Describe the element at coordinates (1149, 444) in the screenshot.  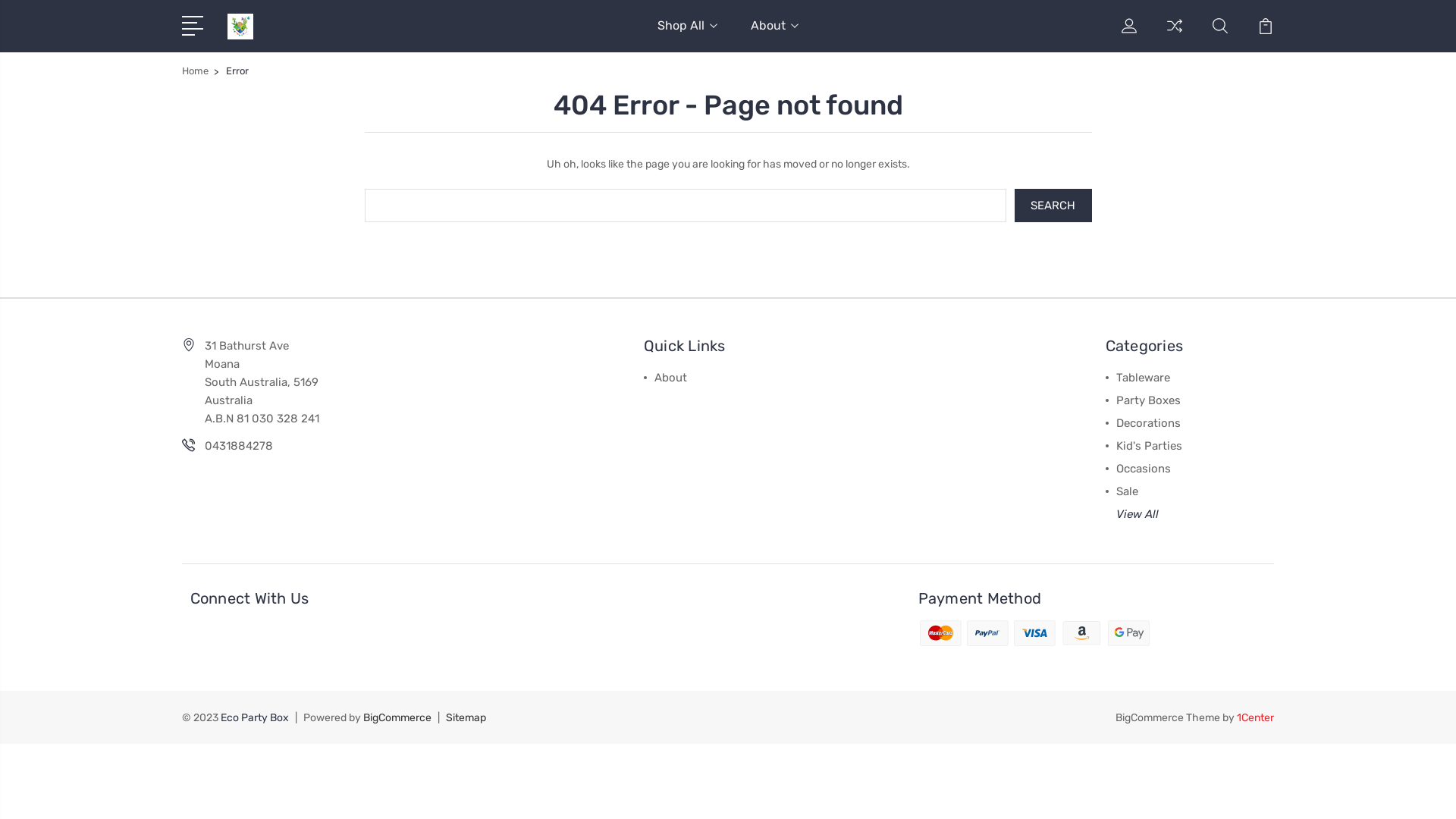
I see `'Kid's Parties'` at that location.